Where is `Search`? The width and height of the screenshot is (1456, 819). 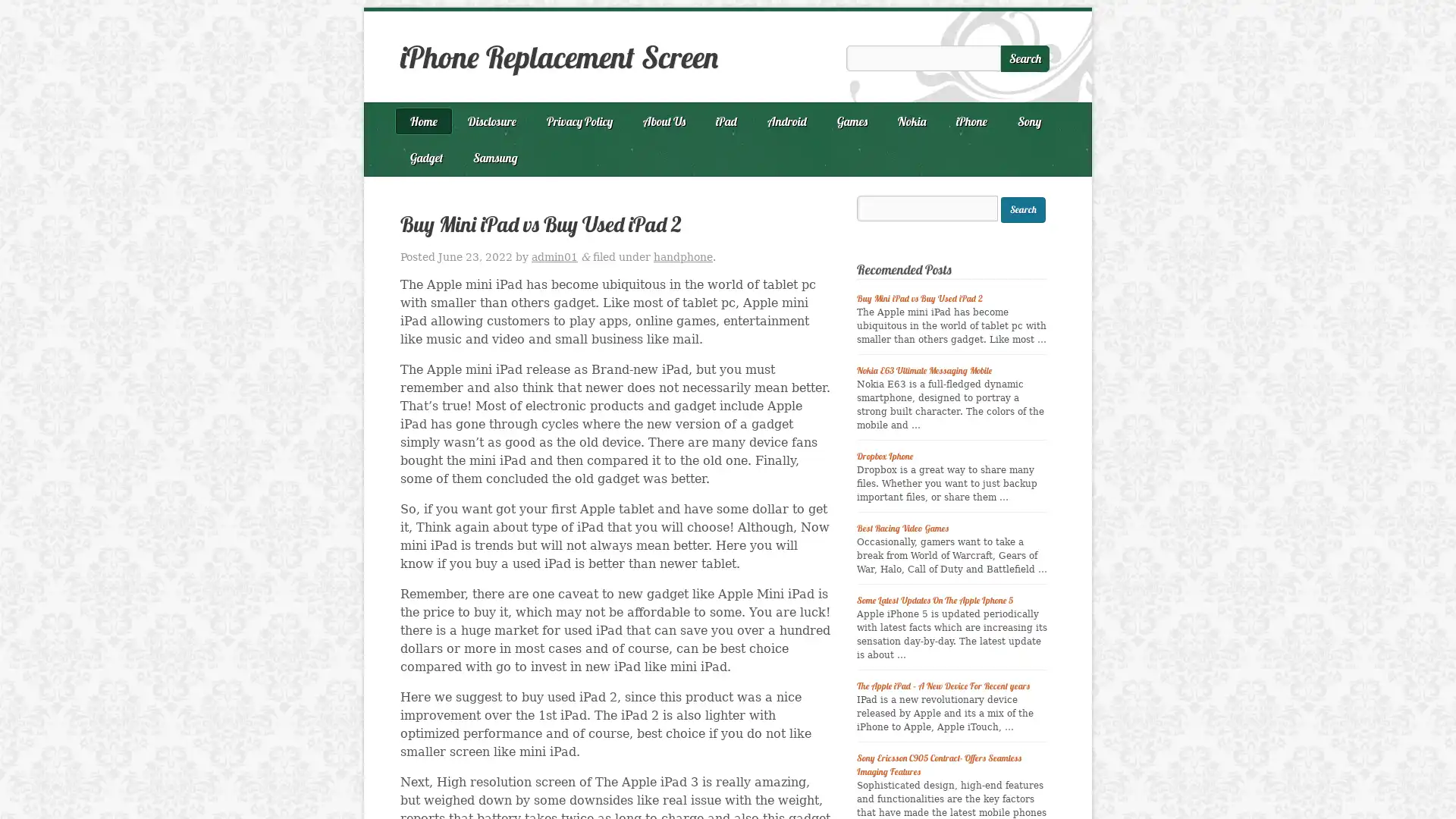 Search is located at coordinates (1022, 209).